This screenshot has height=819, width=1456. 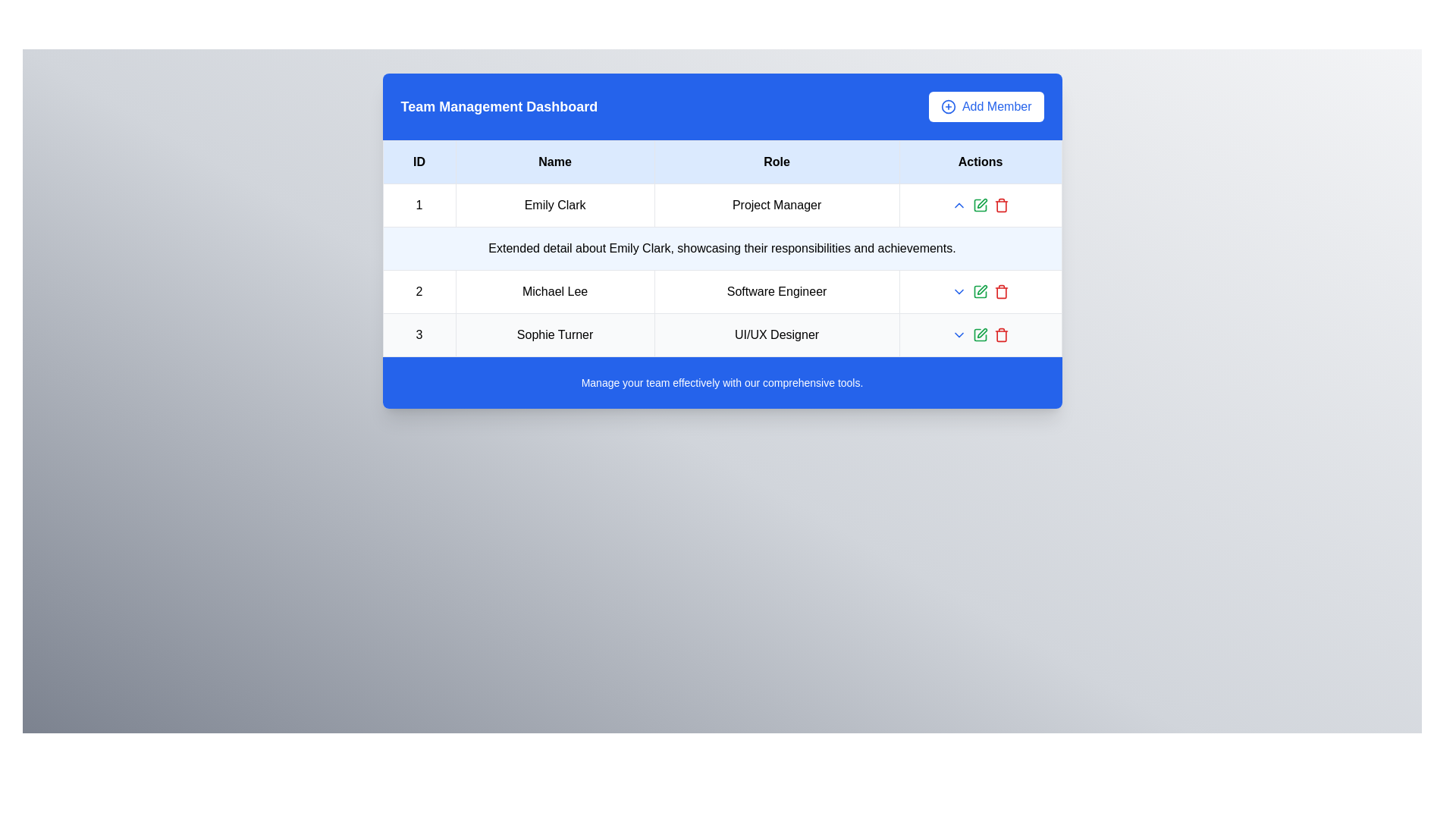 I want to click on the 'Add Member' icon located in the top-right corner of the blue dashboard header, so click(x=947, y=106).